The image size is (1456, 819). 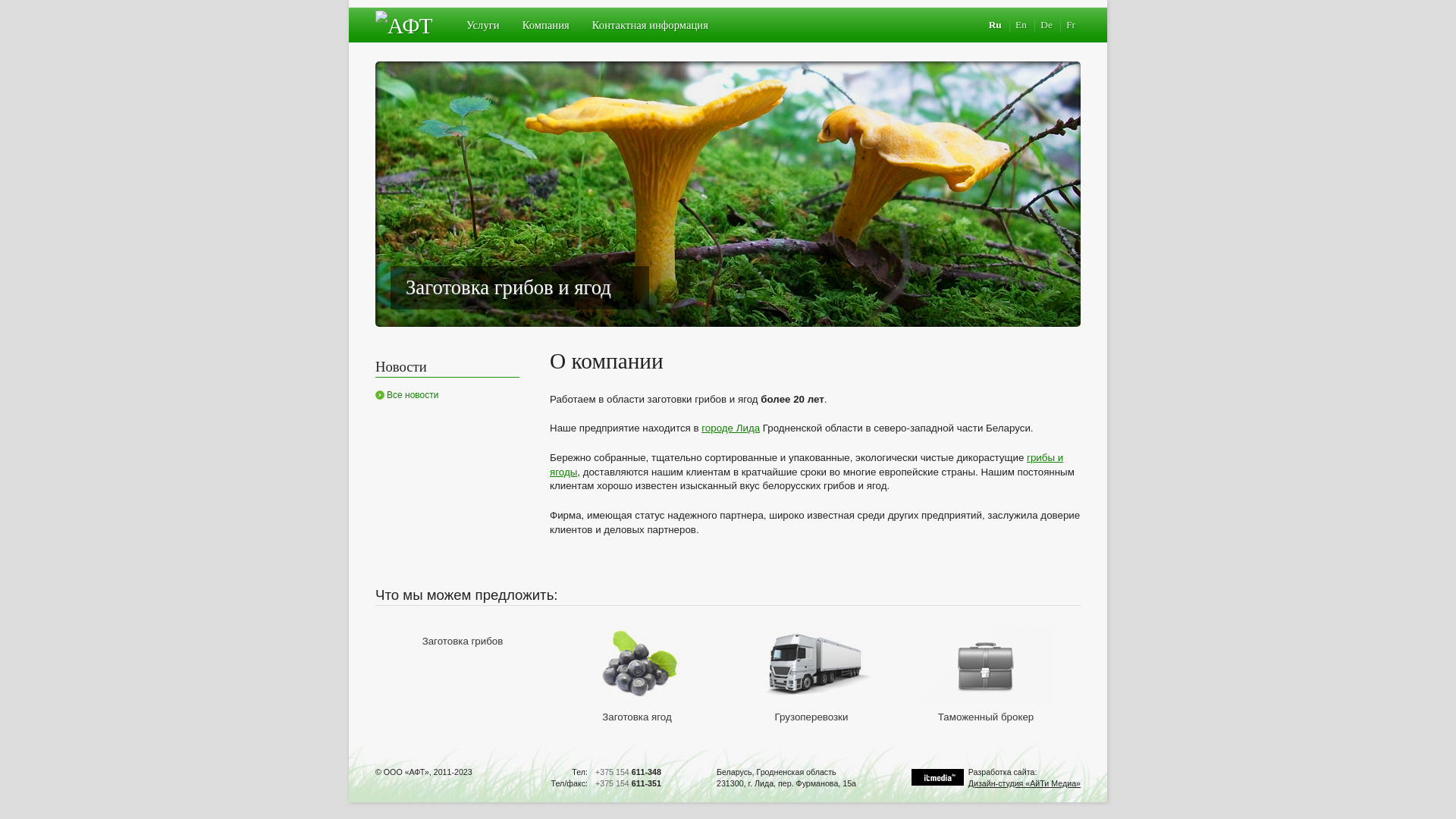 What do you see at coordinates (1020, 24) in the screenshot?
I see `'En'` at bounding box center [1020, 24].